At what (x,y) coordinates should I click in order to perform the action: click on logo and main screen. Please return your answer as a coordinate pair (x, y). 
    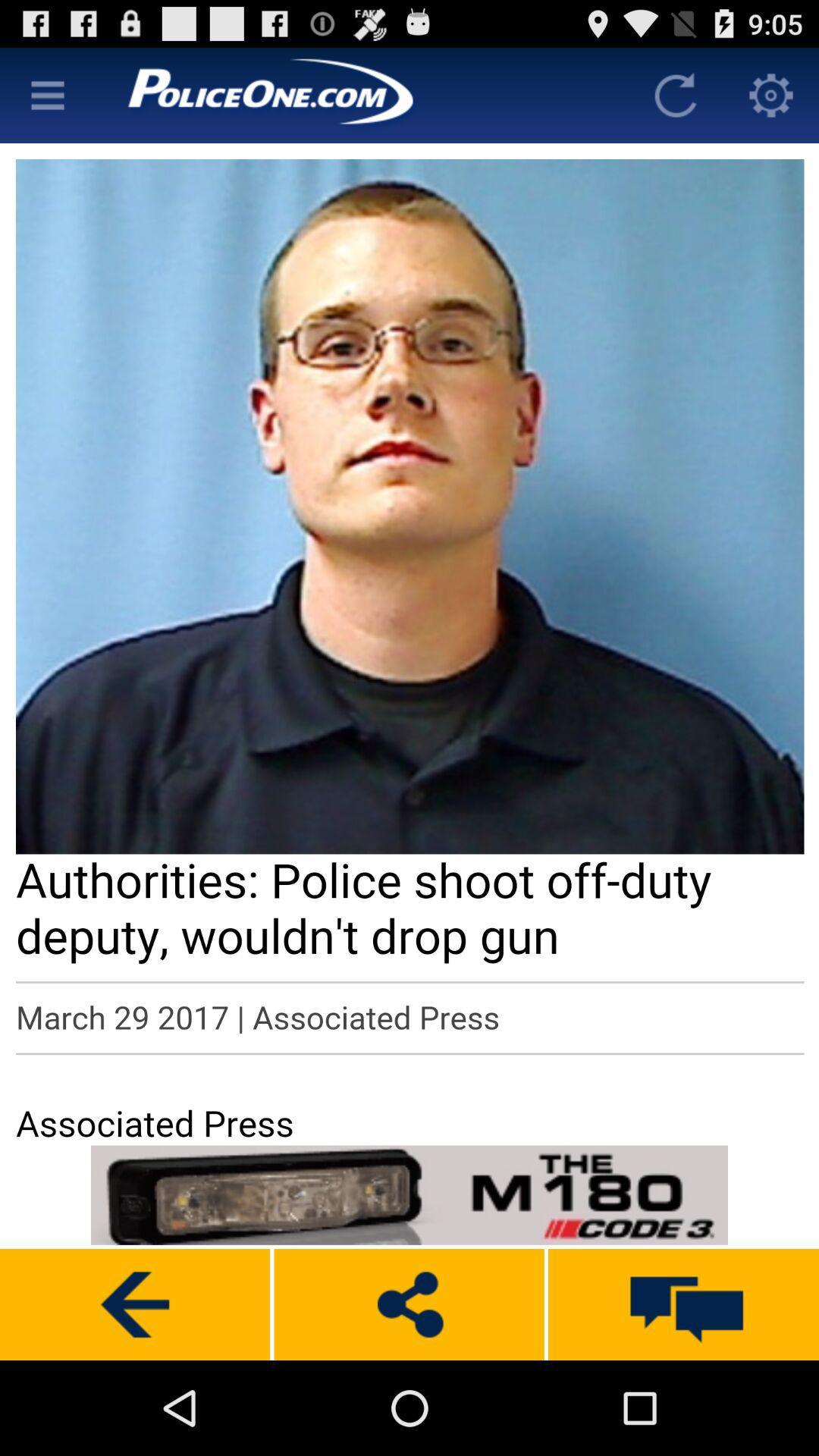
    Looking at the image, I should click on (362, 94).